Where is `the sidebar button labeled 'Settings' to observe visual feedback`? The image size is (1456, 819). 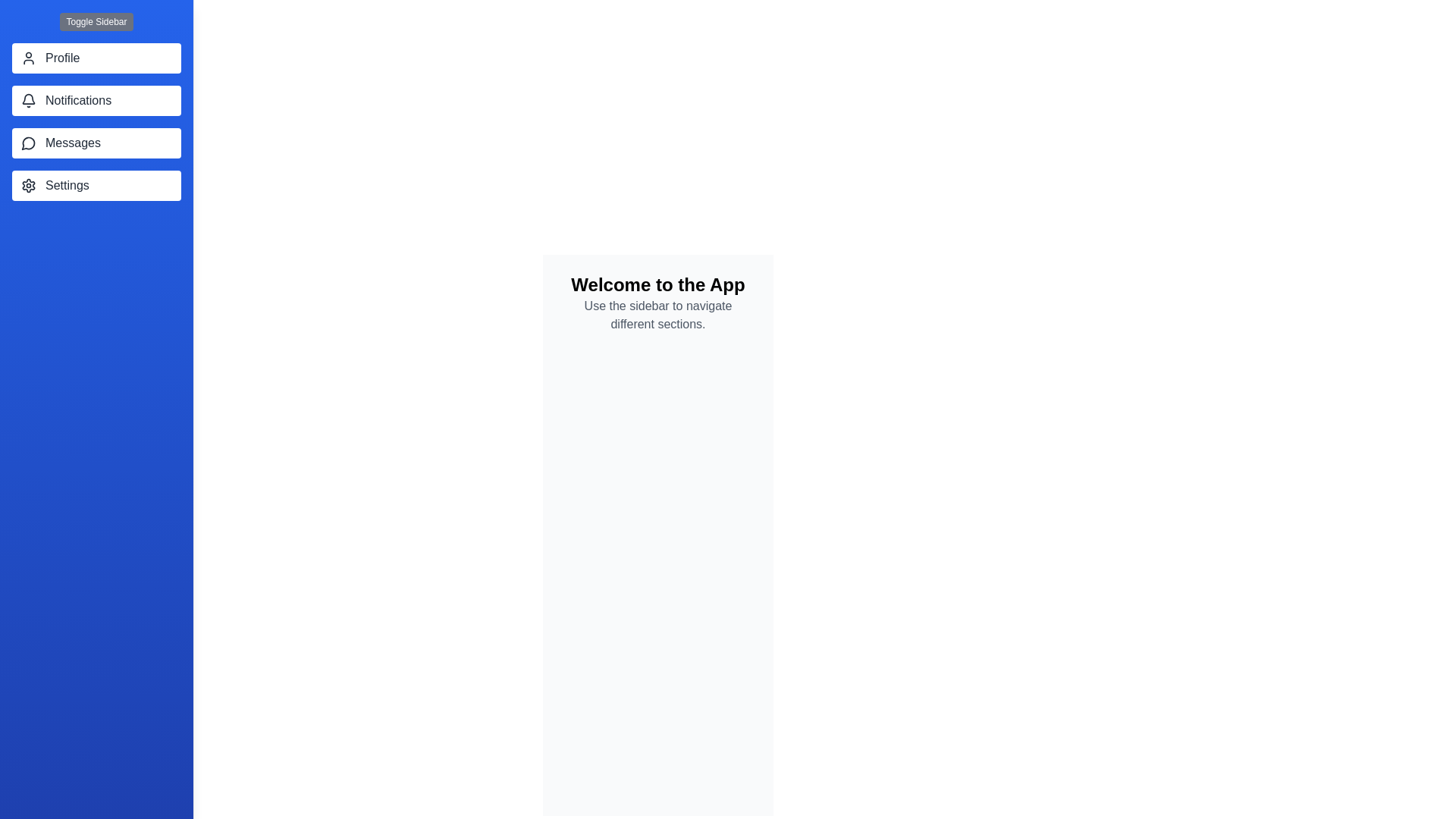
the sidebar button labeled 'Settings' to observe visual feedback is located at coordinates (96, 185).